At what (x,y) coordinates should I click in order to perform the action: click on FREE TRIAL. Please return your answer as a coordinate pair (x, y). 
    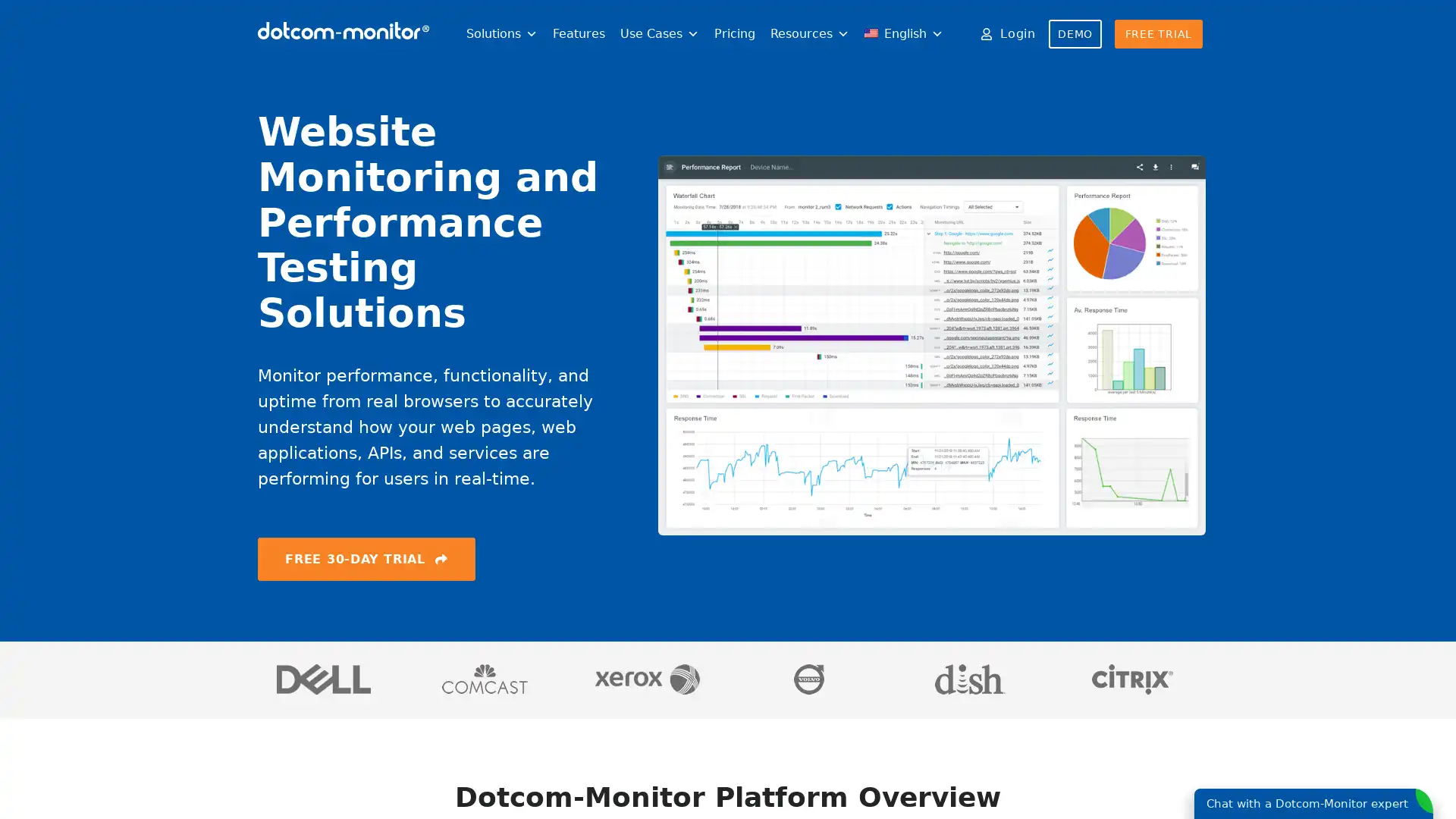
    Looking at the image, I should click on (1157, 34).